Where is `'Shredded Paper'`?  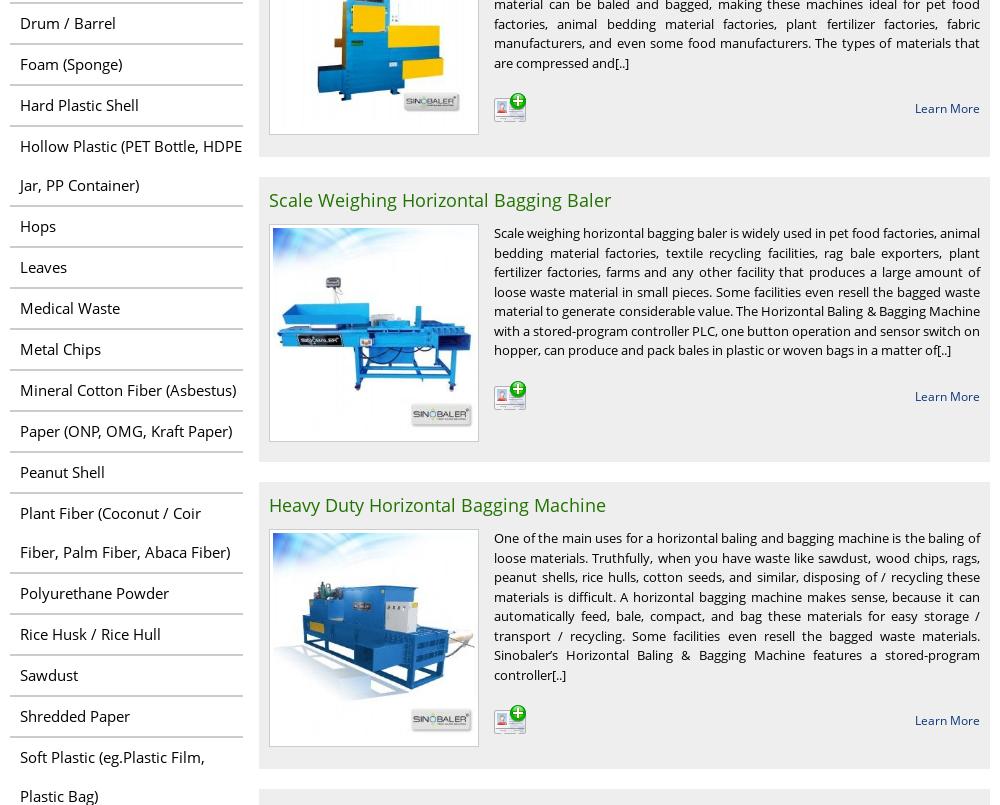 'Shredded Paper' is located at coordinates (74, 715).